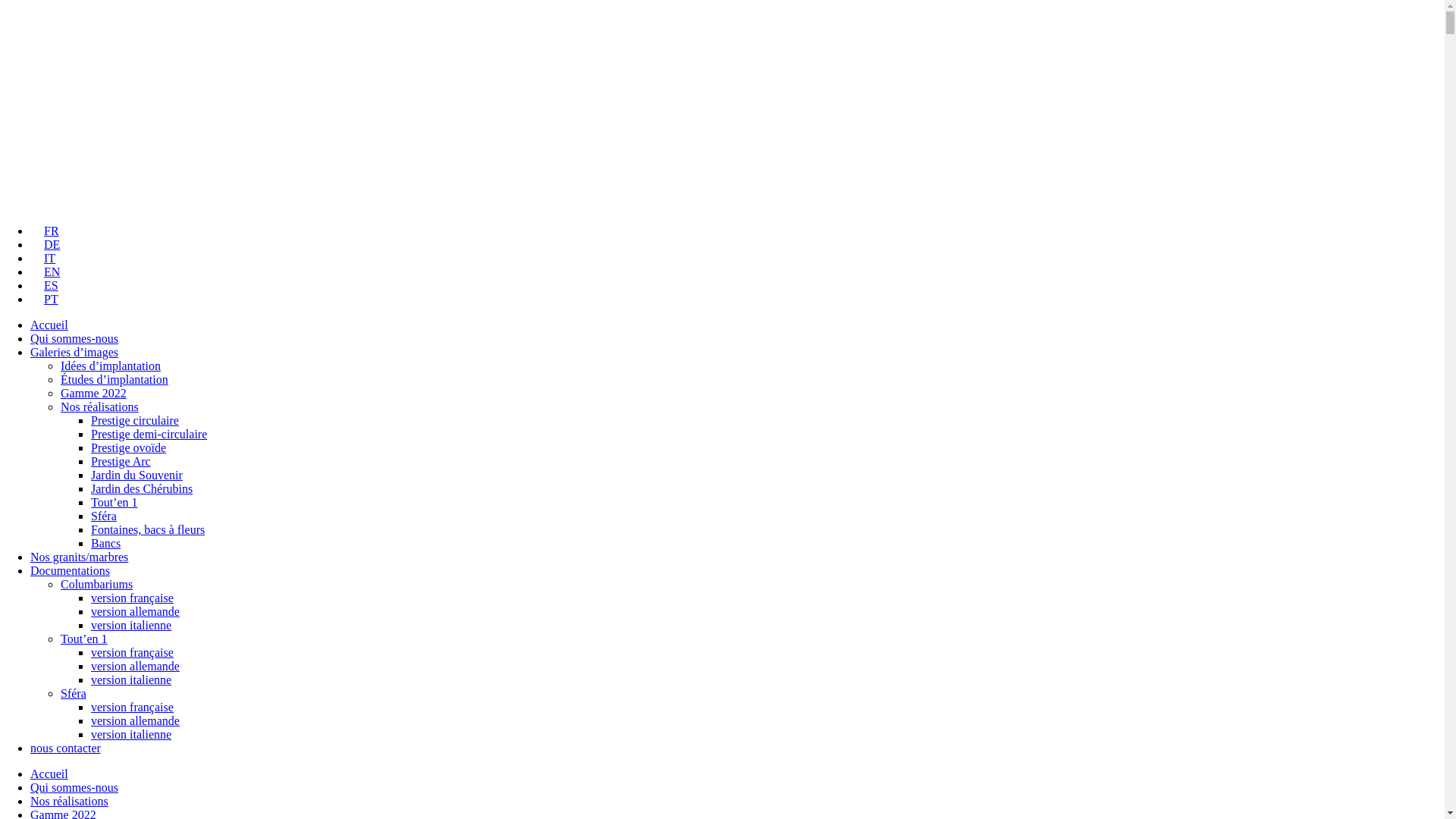 Image resolution: width=1456 pixels, height=819 pixels. Describe the element at coordinates (105, 542) in the screenshot. I see `'Bancs'` at that location.